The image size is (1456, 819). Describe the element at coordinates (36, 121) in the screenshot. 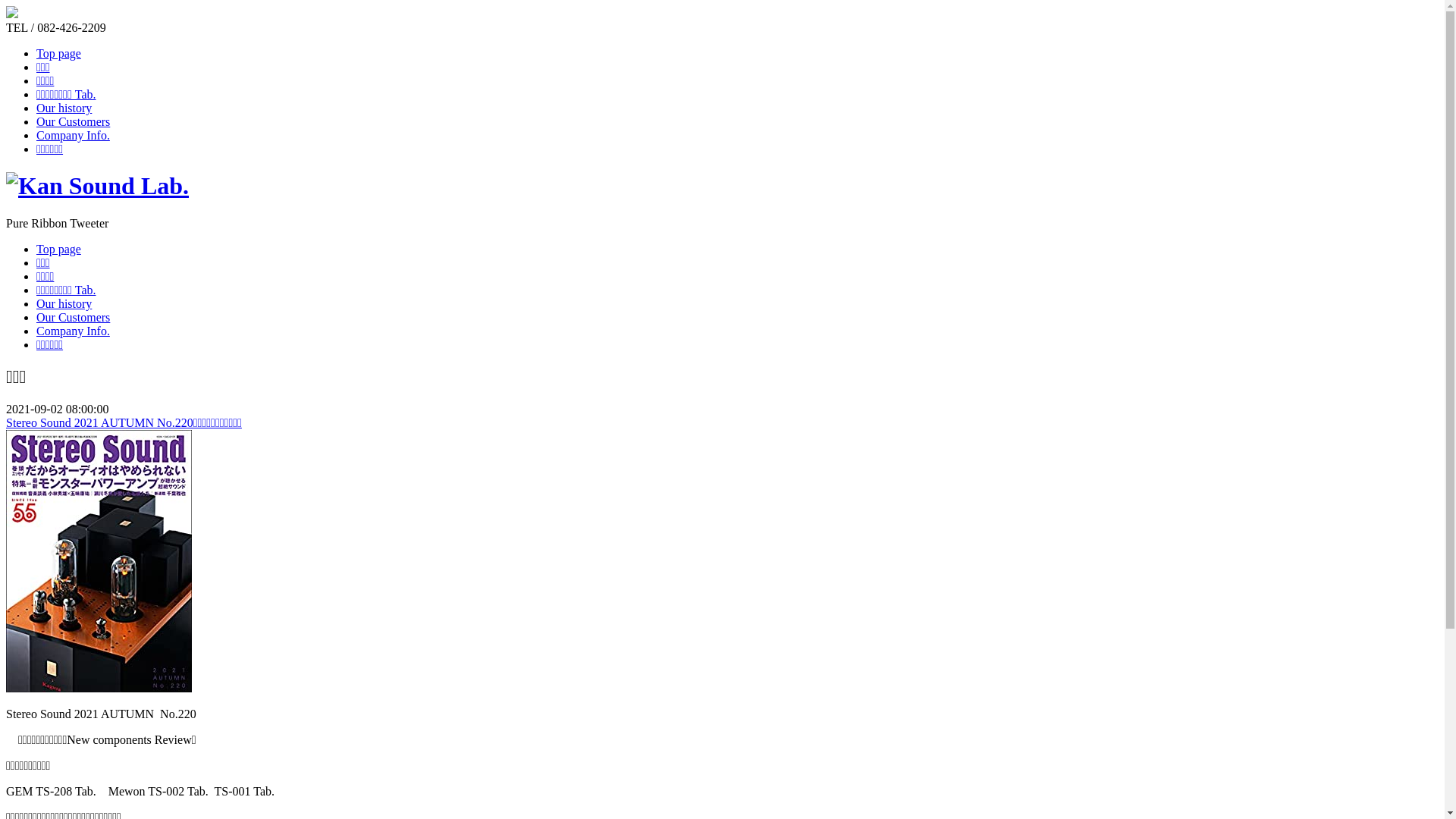

I see `'Our Customers'` at that location.